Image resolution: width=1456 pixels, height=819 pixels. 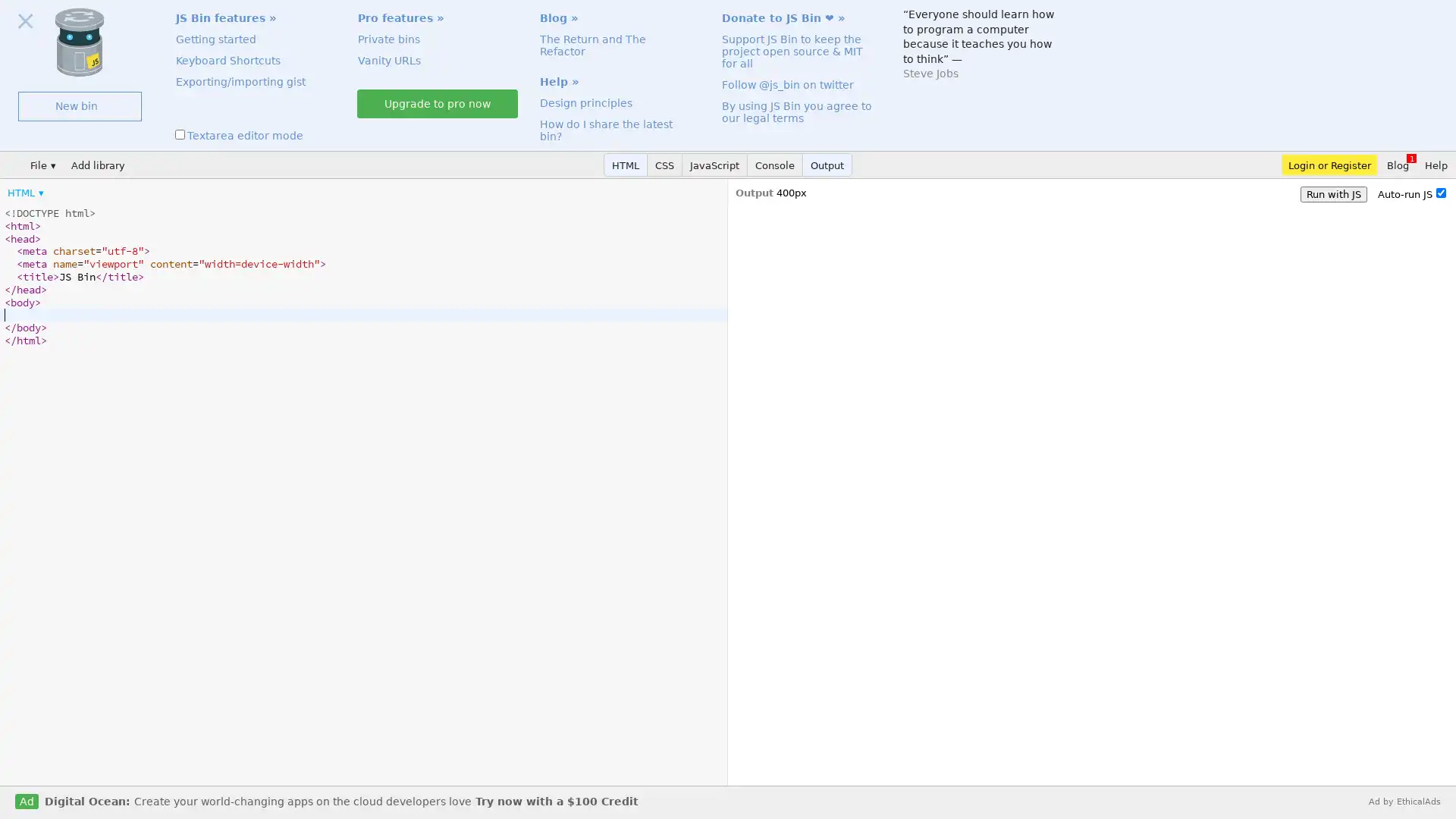 I want to click on HTML Panel: Active, so click(x=626, y=165).